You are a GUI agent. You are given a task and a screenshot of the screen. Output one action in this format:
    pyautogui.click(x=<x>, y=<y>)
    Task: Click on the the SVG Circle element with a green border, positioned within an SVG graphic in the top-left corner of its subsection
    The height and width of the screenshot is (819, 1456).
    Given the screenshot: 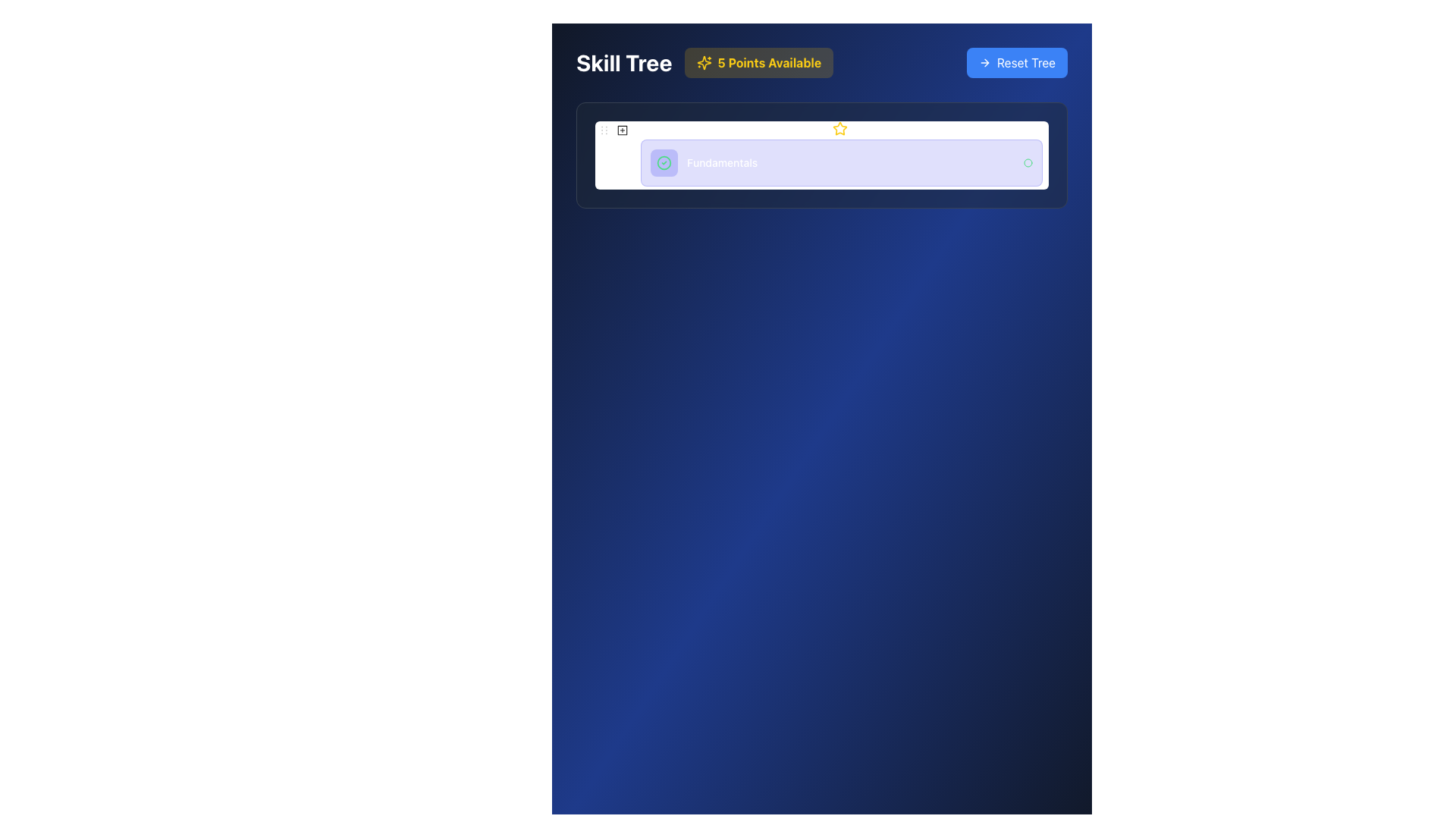 What is the action you would take?
    pyautogui.click(x=1028, y=163)
    